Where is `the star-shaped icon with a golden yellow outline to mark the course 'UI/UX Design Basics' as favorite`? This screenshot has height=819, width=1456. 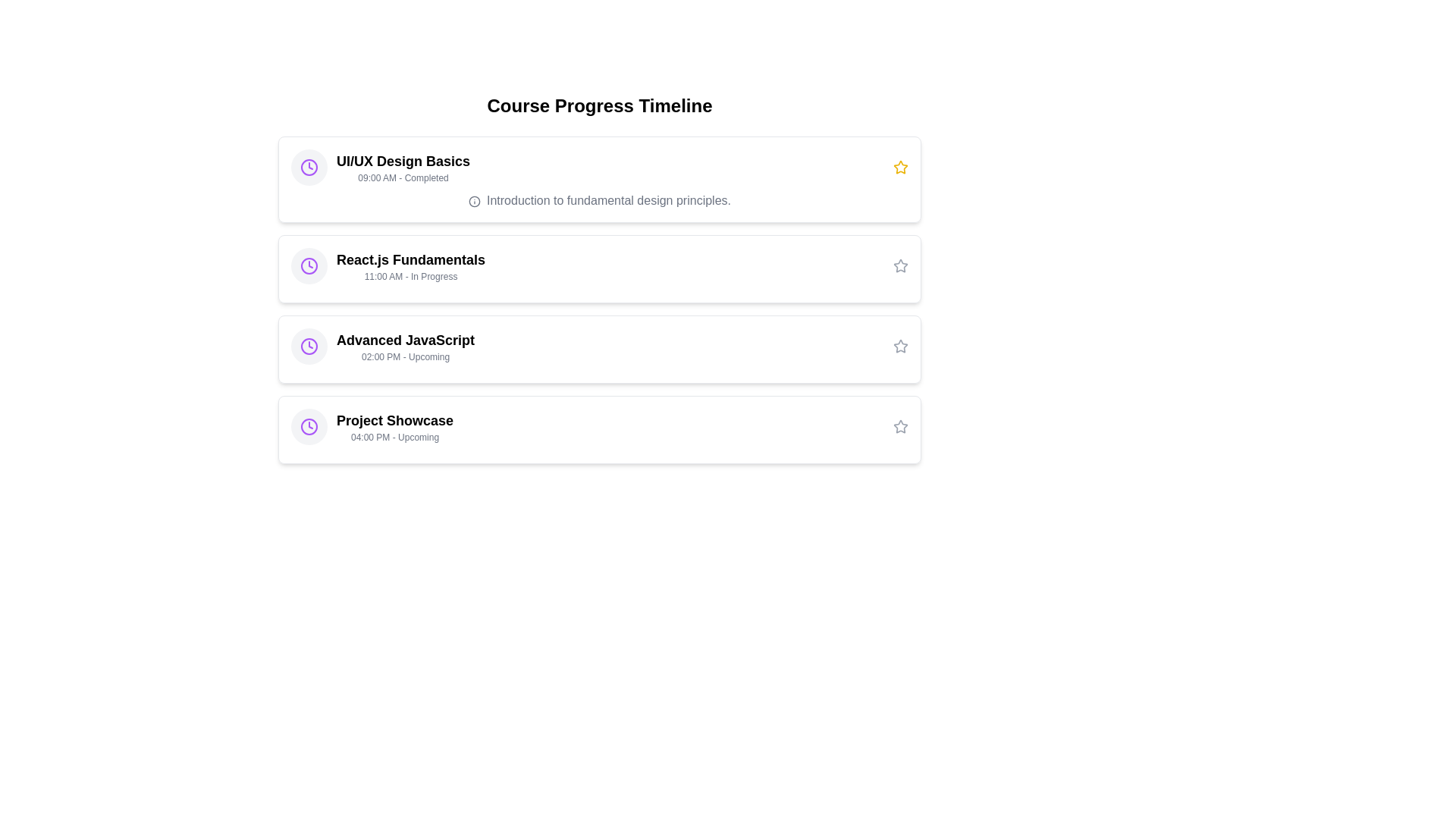 the star-shaped icon with a golden yellow outline to mark the course 'UI/UX Design Basics' as favorite is located at coordinates (901, 167).